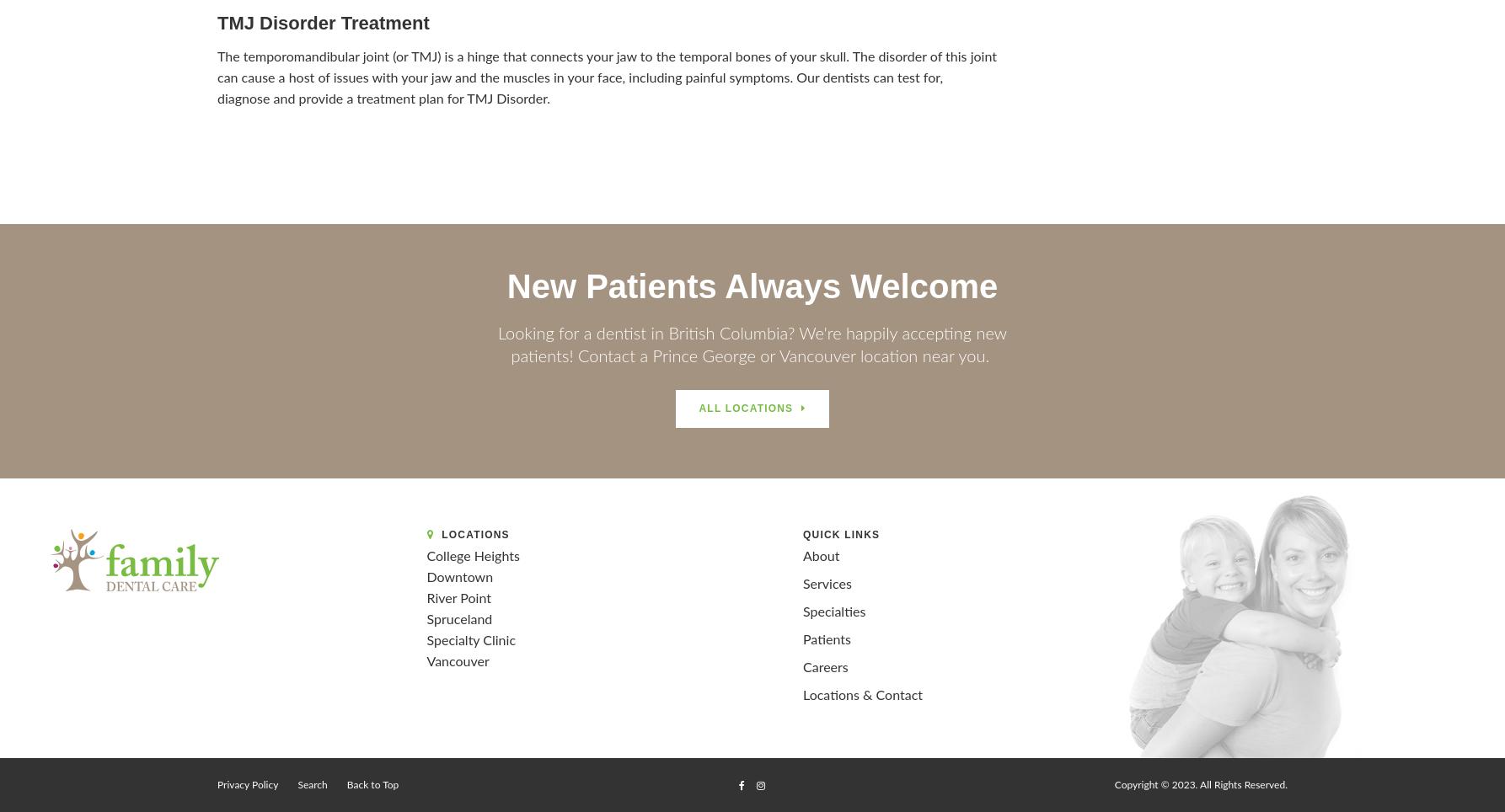 The width and height of the screenshot is (1505, 812). What do you see at coordinates (833, 611) in the screenshot?
I see `'Specialties'` at bounding box center [833, 611].